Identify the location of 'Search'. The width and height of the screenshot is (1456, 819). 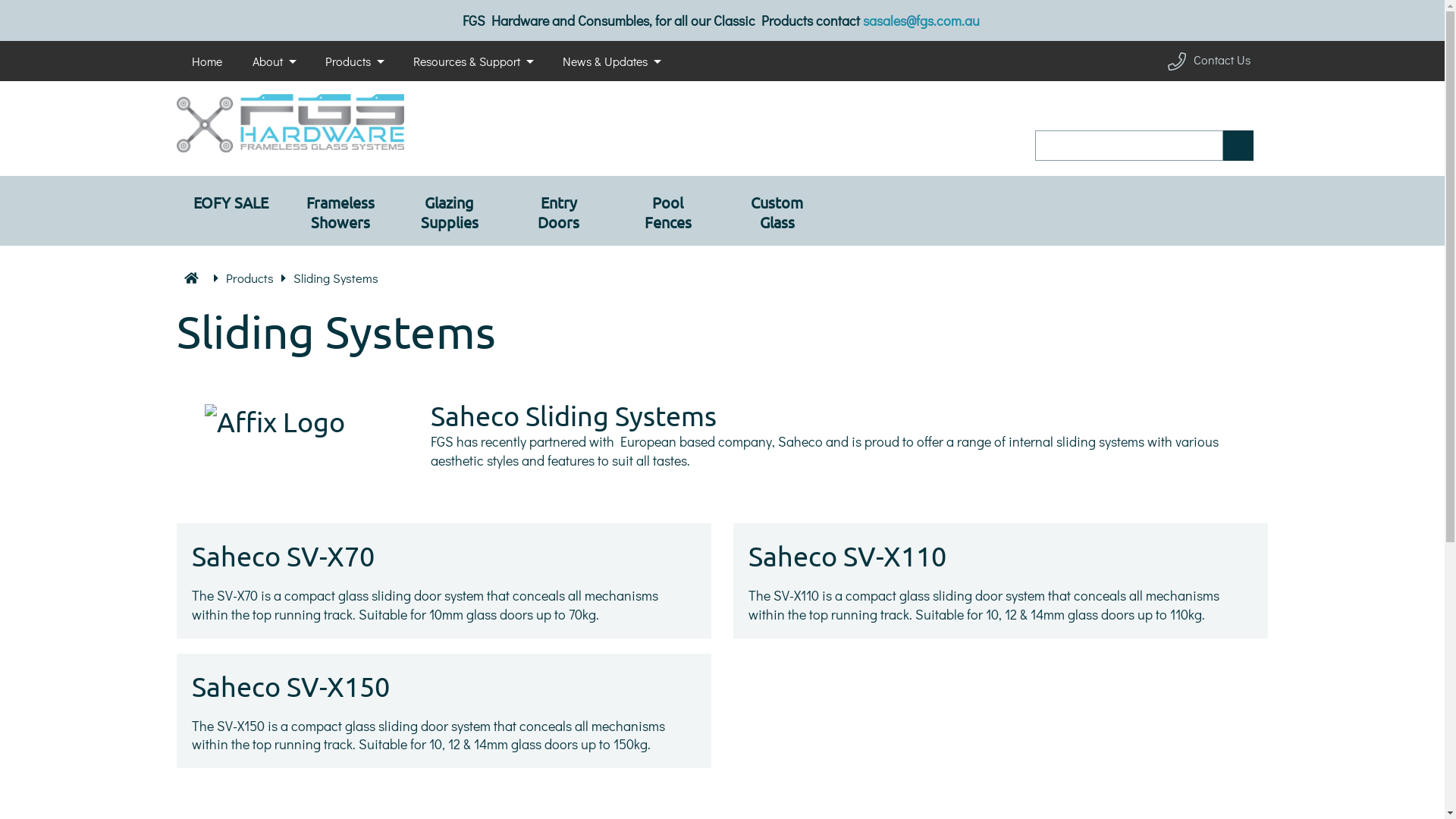
(1238, 146).